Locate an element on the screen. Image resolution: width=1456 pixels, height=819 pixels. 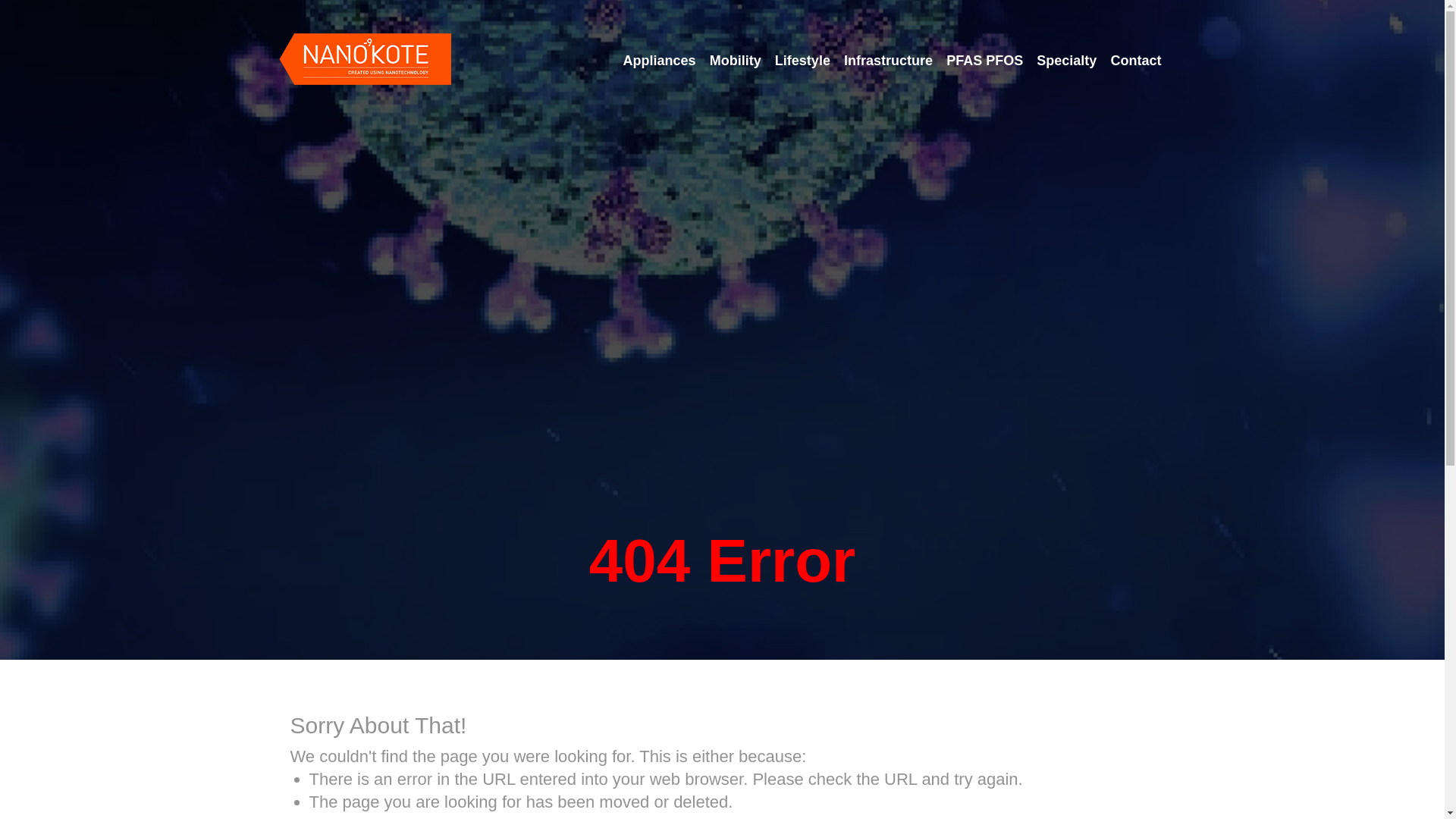
'Contact' is located at coordinates (1135, 60).